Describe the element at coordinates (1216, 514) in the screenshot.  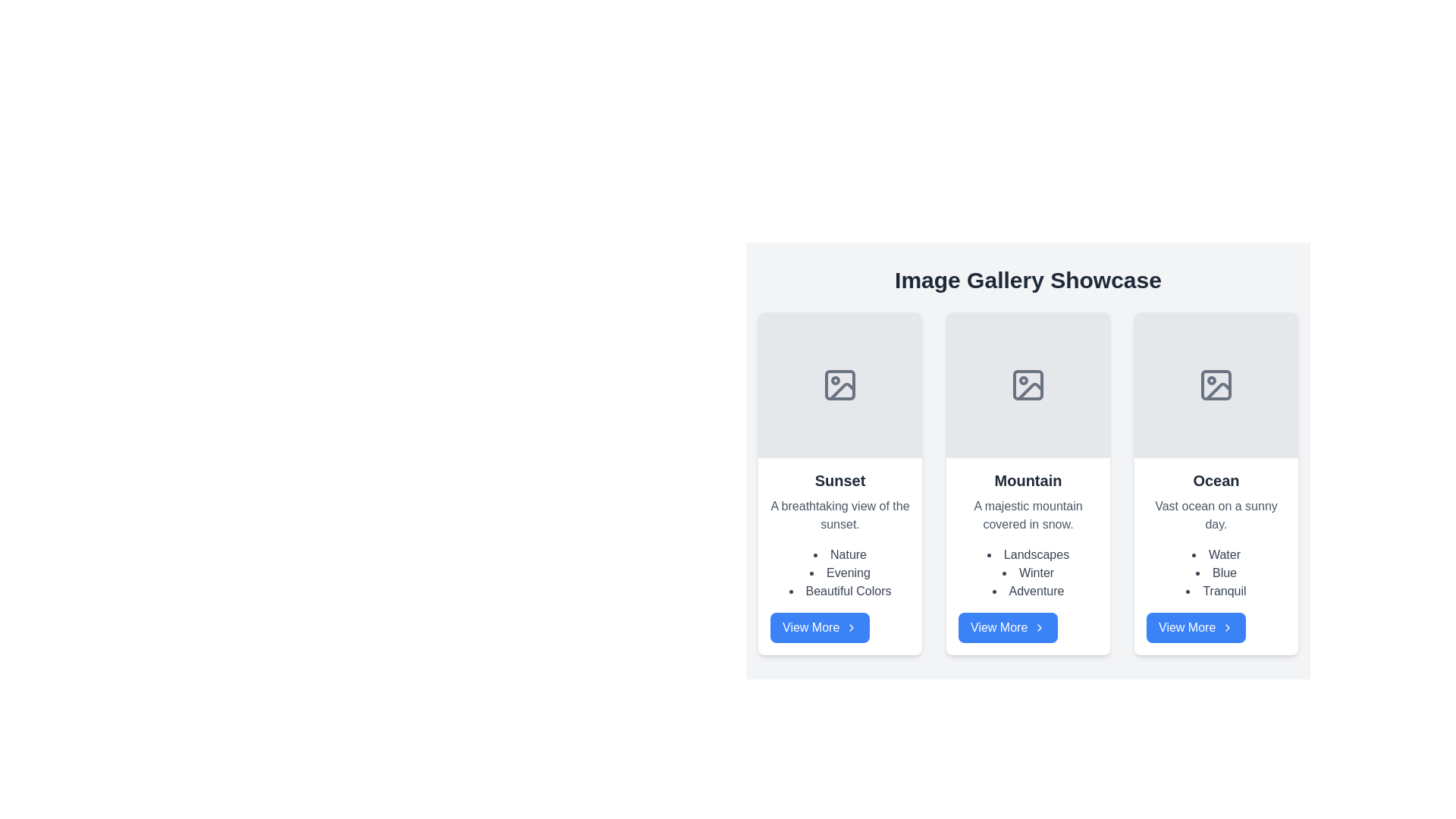
I see `the text block containing the sentence 'Vast ocean on a sunny day.' styled in gray color, located under the title 'Ocean' within a card layout` at that location.